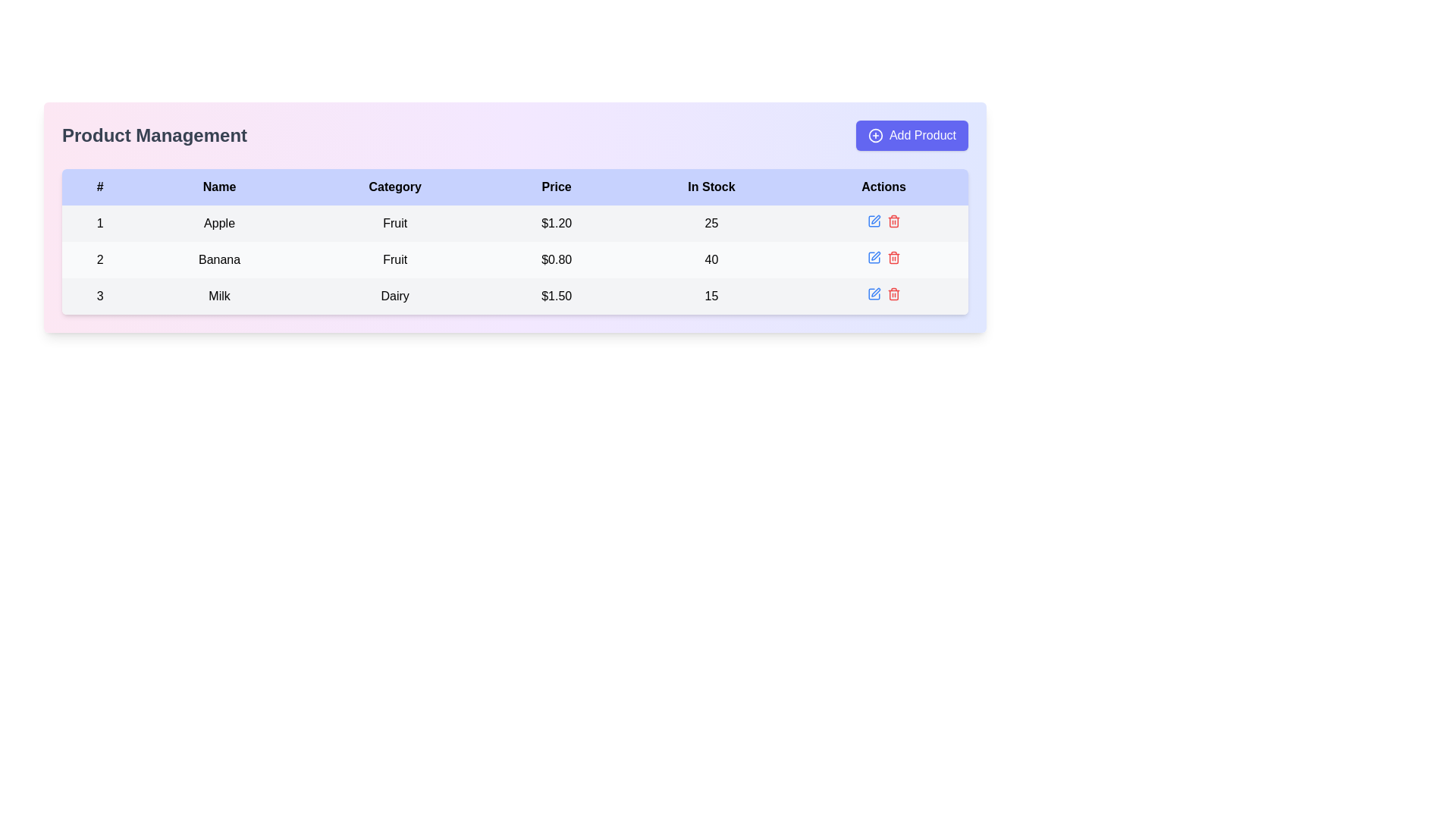 The image size is (1456, 819). What do you see at coordinates (395, 259) in the screenshot?
I see `the 'Category' text label in the second row of the table, which is adjacent to 'Banana' on the left and '$0.80' on the right` at bounding box center [395, 259].